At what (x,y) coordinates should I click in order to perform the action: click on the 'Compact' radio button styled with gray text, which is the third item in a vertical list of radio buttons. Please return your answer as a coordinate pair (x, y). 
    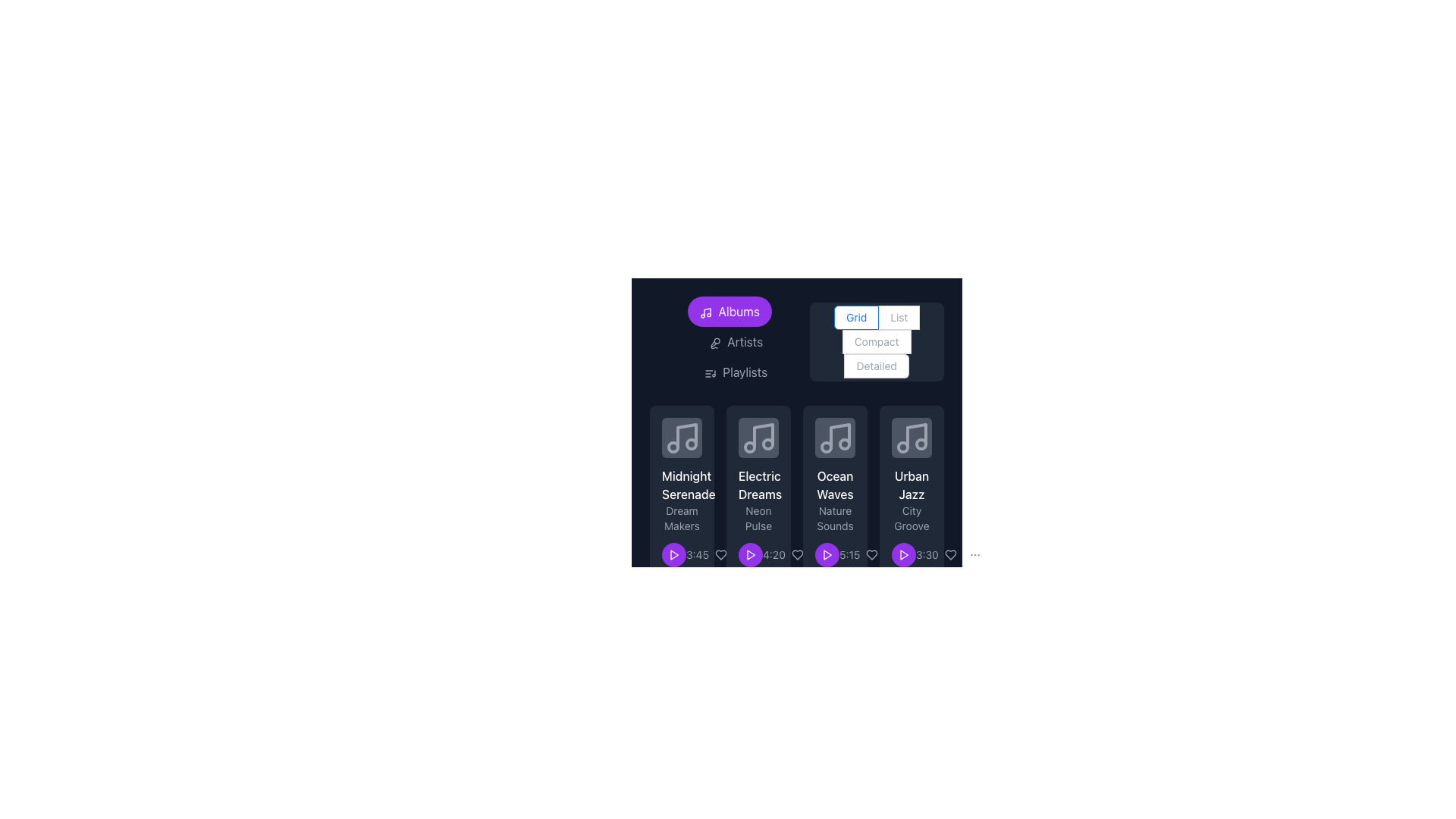
    Looking at the image, I should click on (877, 342).